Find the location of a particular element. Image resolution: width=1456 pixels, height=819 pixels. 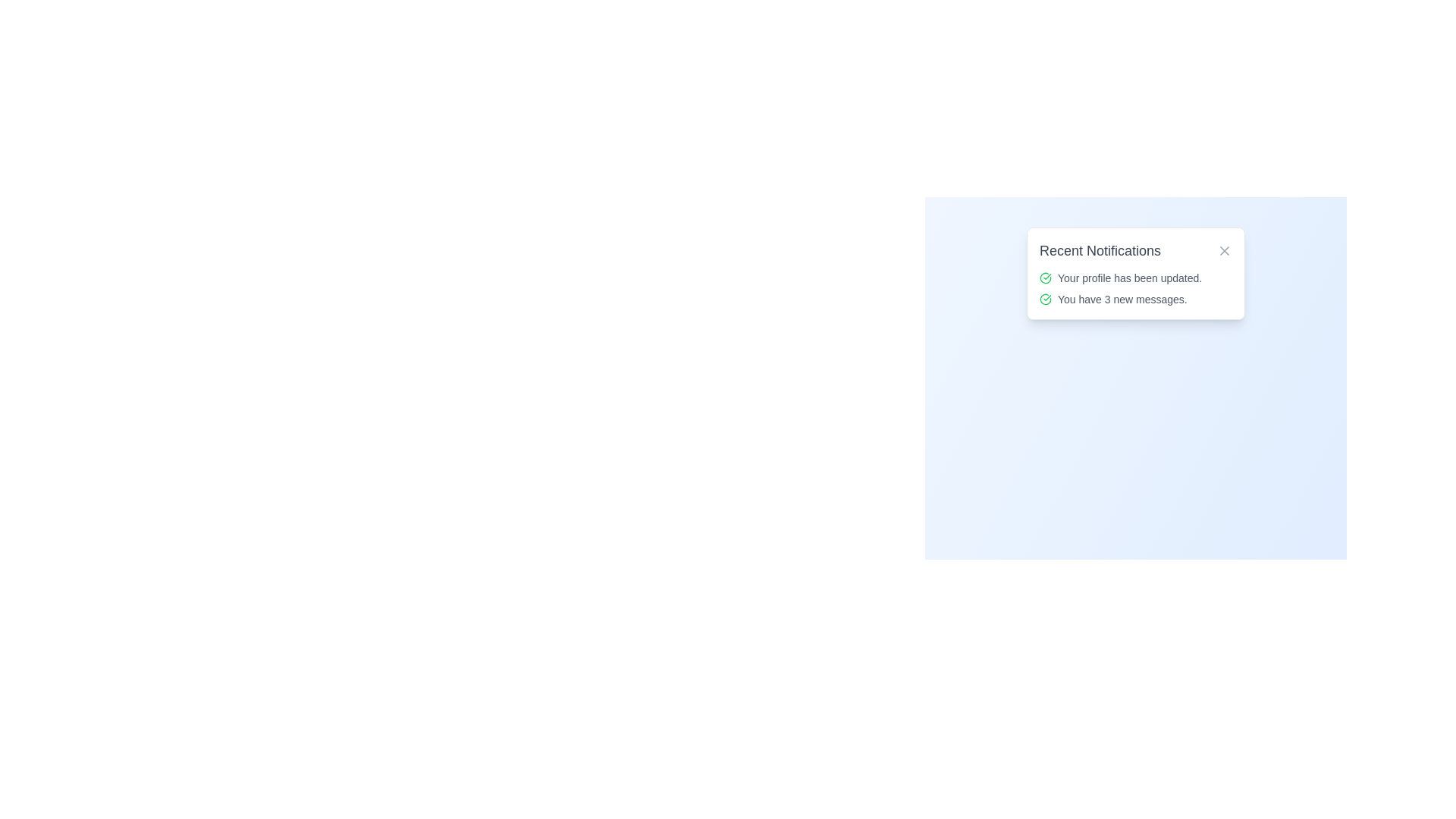

the first notification item in the 'Recent Notifications' section, which contains the message 'Your profile has been updated.' and a small green checkmark icon is located at coordinates (1135, 278).